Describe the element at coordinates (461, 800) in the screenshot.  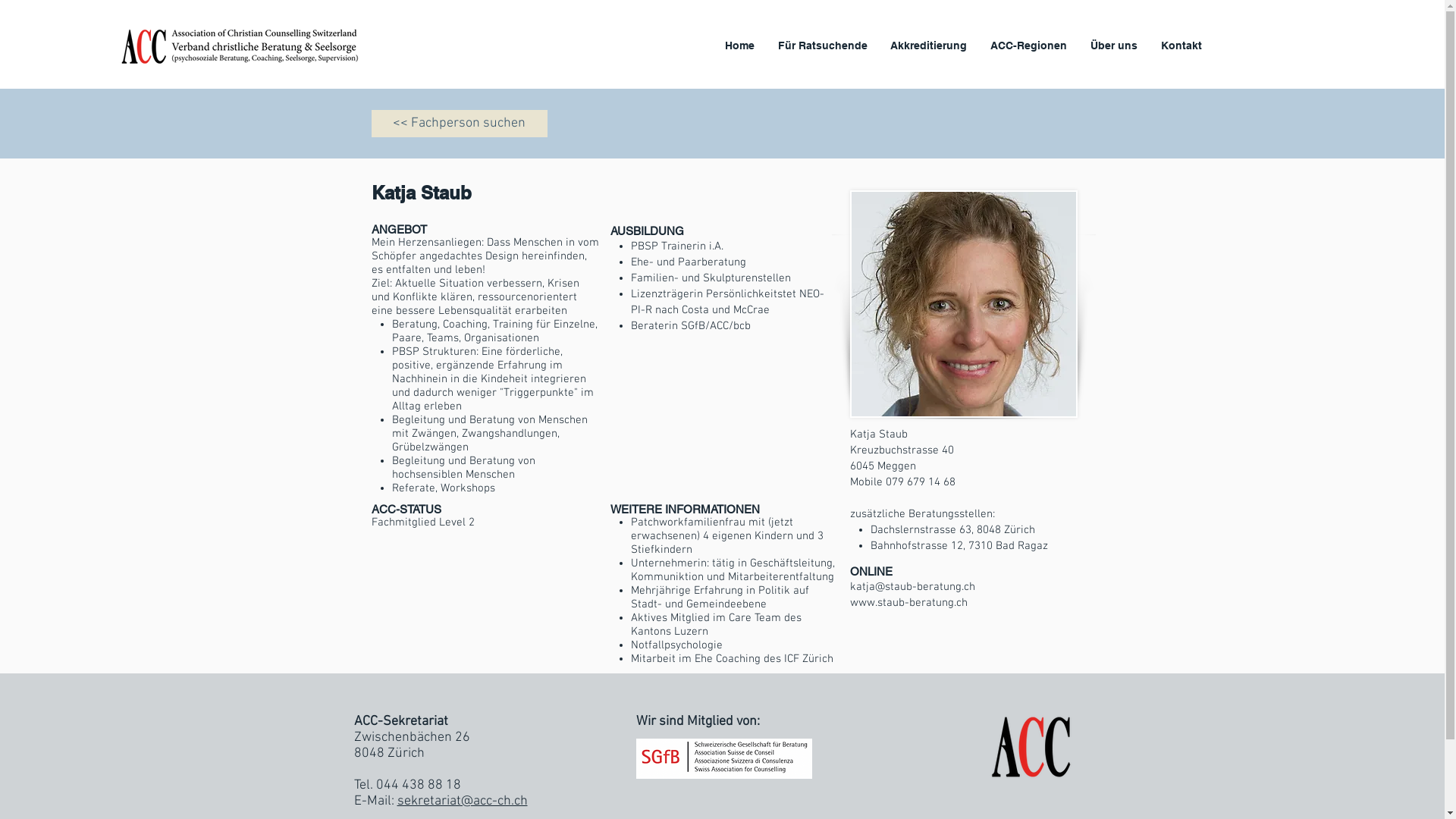
I see `'sekretariat@acc-ch.ch'` at that location.